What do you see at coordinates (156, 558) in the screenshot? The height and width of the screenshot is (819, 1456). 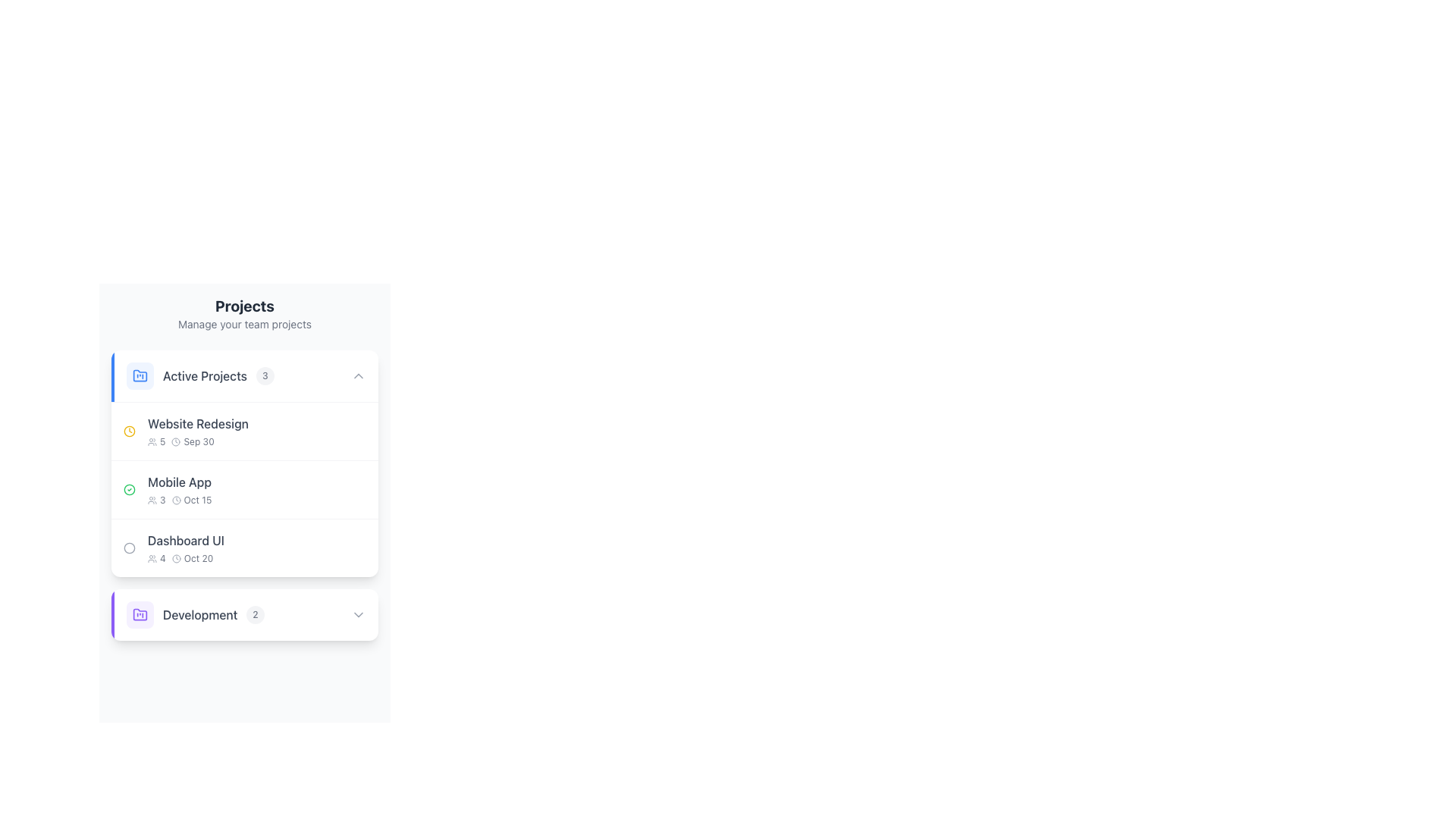 I see `number '4' displayed in the text component with a users icon, located at the bottom section of the 'Dashboard UI' under 'Active Projects'` at bounding box center [156, 558].